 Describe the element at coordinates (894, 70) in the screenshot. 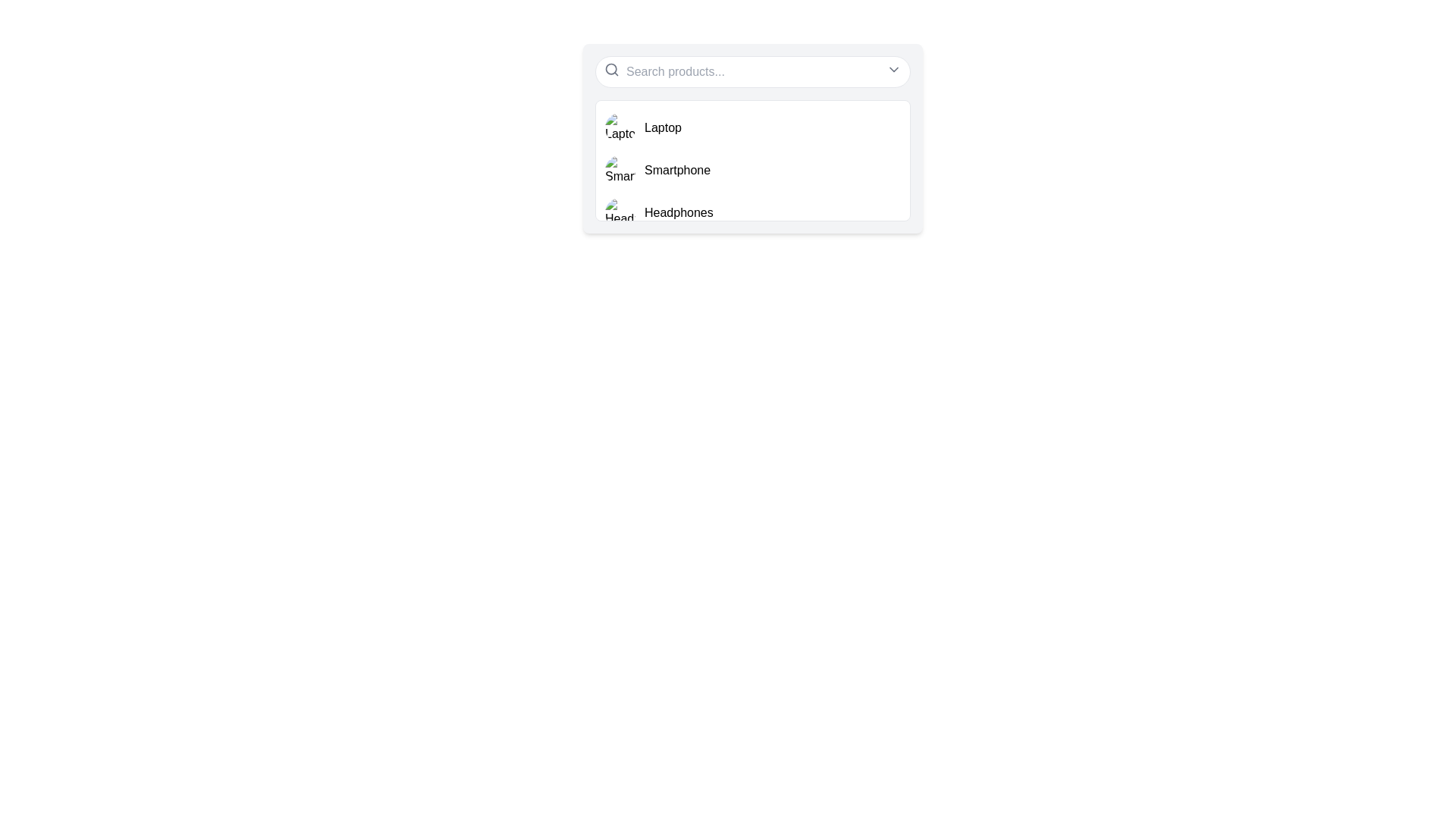

I see `the downward-pointing chevron icon` at that location.